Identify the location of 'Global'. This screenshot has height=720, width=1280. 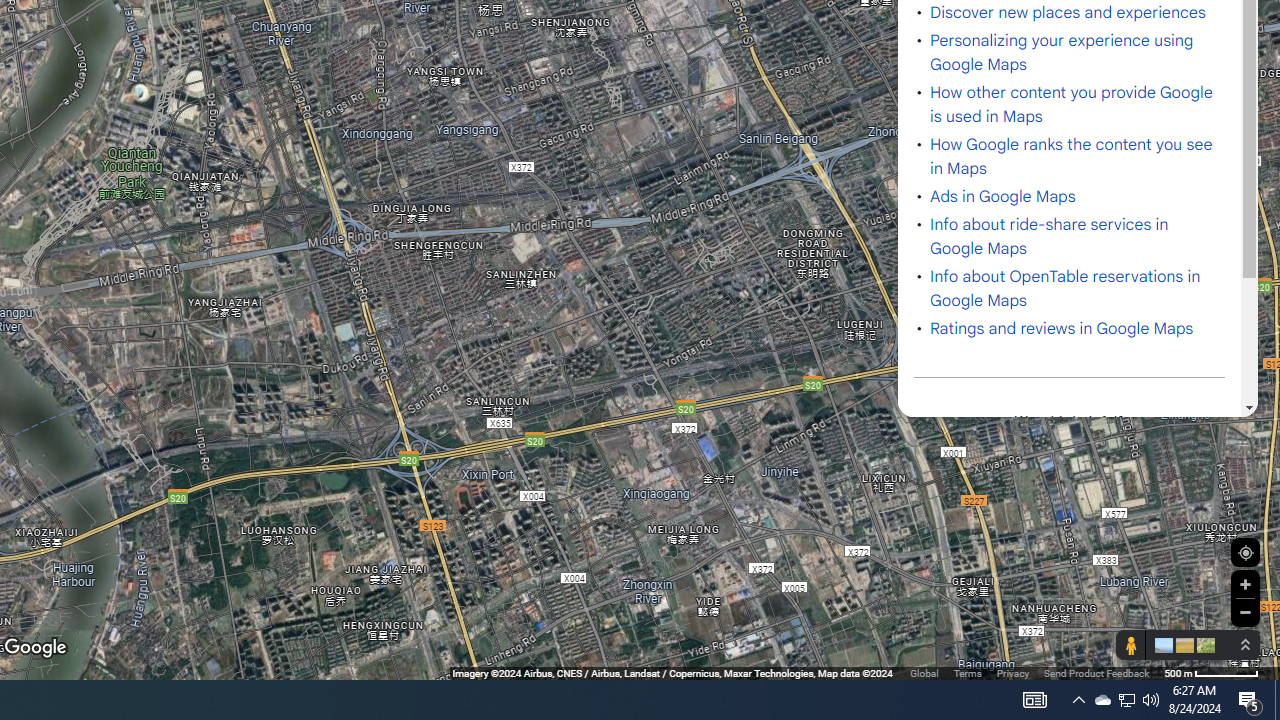
(923, 673).